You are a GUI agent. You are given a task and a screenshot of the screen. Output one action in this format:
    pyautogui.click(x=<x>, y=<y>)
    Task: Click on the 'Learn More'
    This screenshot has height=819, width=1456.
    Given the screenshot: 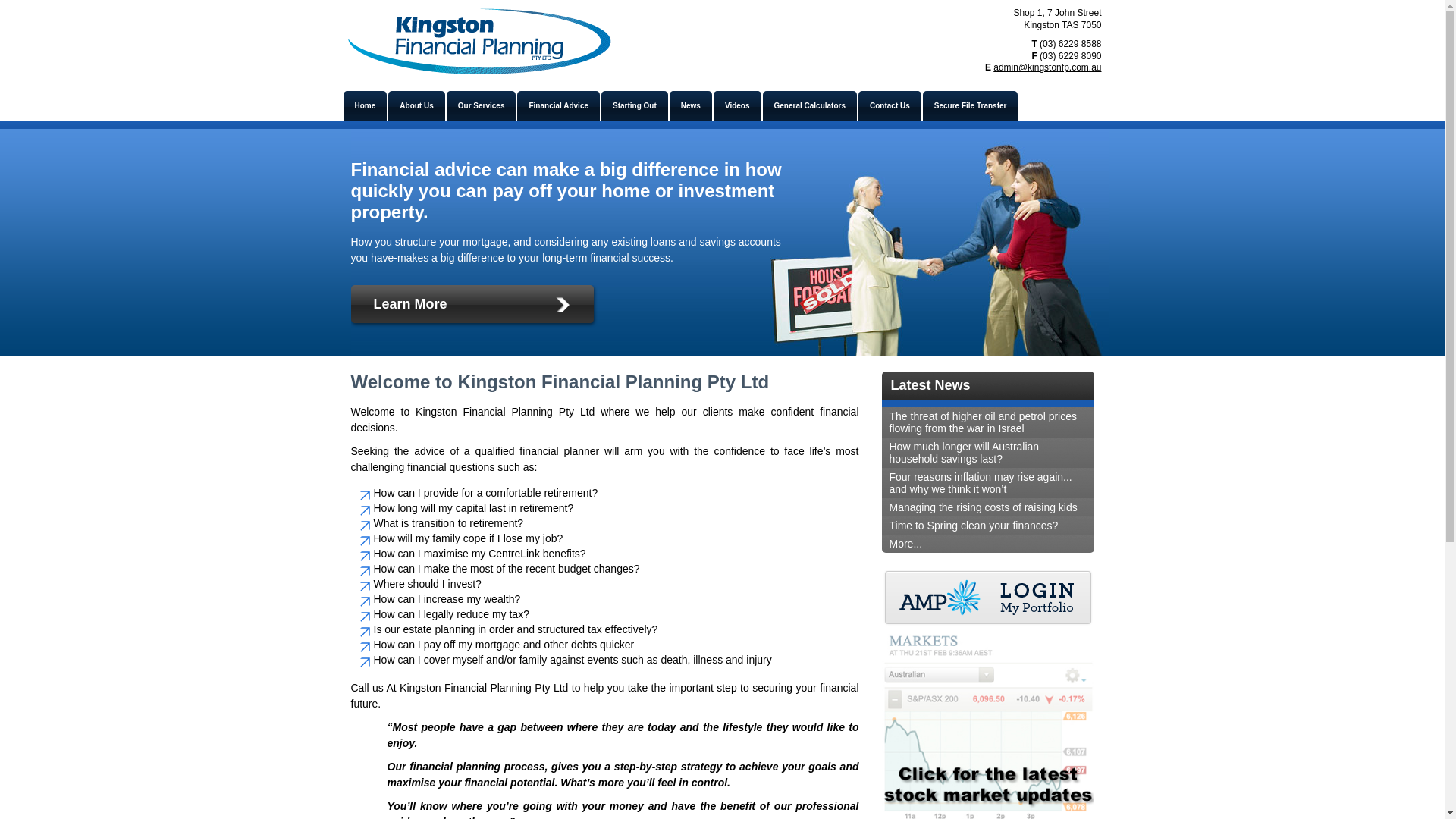 What is the action you would take?
    pyautogui.click(x=475, y=307)
    